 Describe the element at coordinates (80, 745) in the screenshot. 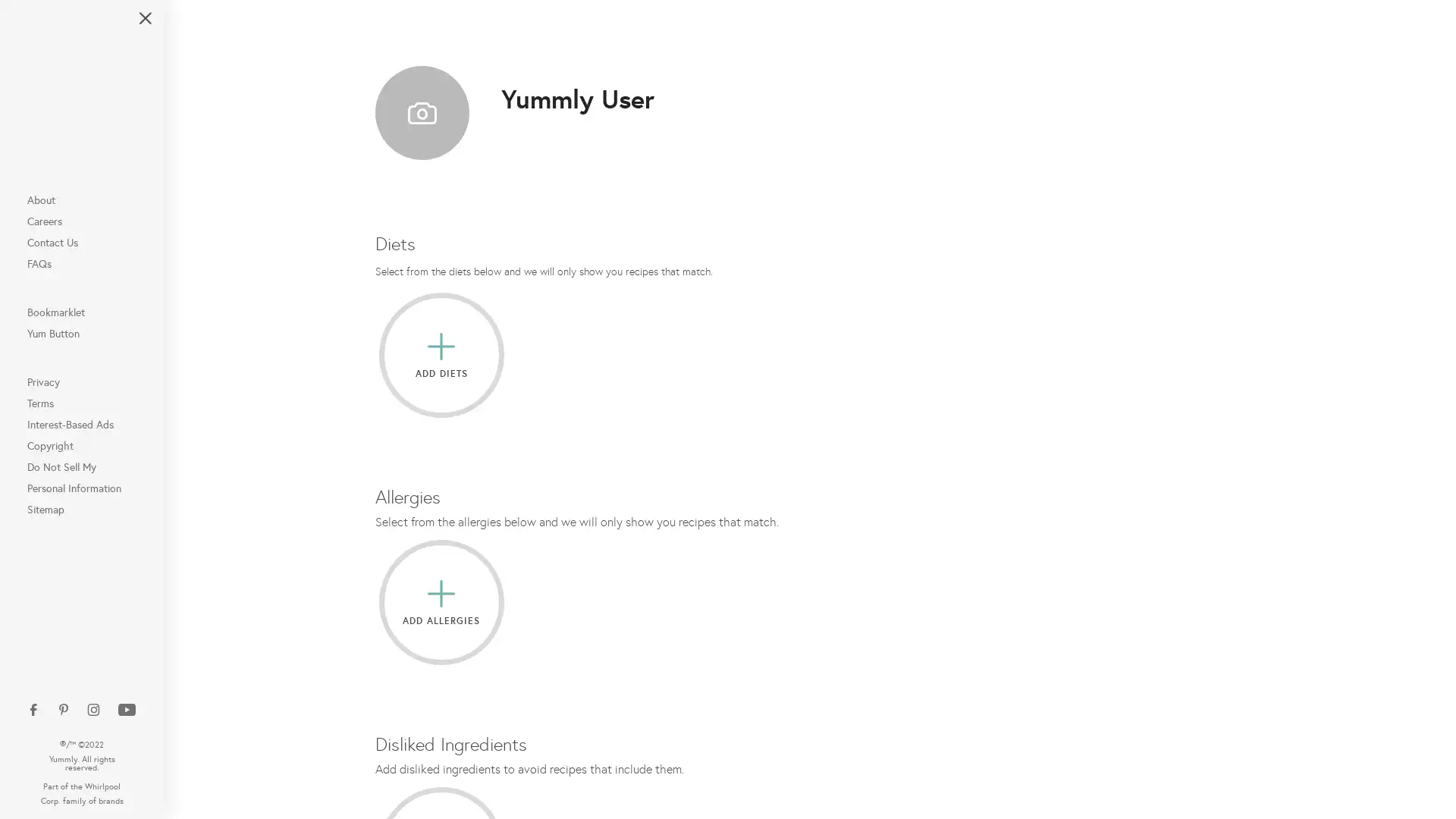

I see `Open Additional Navigation Options` at that location.